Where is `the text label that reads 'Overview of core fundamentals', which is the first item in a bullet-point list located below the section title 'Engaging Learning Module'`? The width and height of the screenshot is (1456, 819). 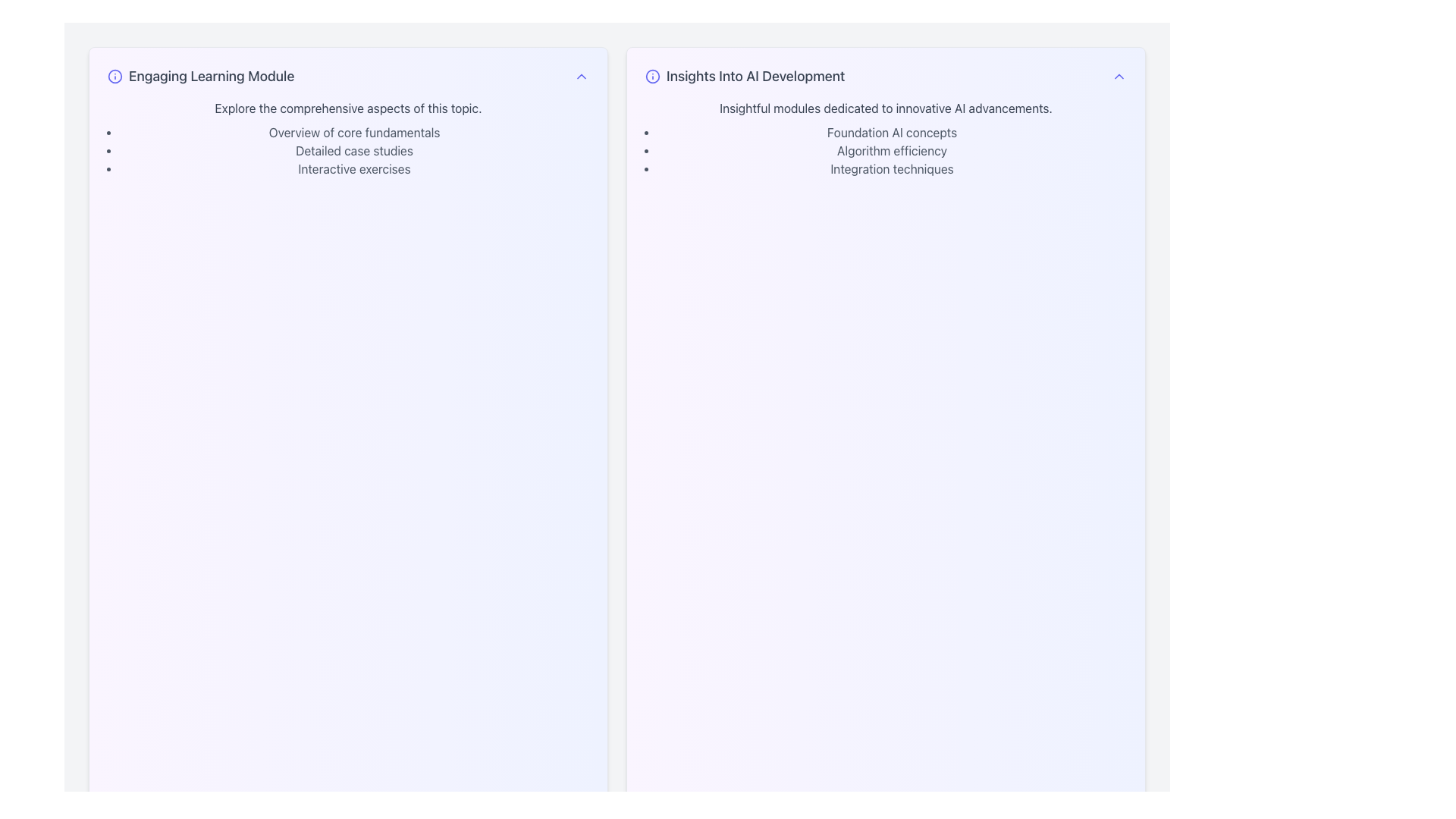 the text label that reads 'Overview of core fundamentals', which is the first item in a bullet-point list located below the section title 'Engaging Learning Module' is located at coordinates (353, 131).